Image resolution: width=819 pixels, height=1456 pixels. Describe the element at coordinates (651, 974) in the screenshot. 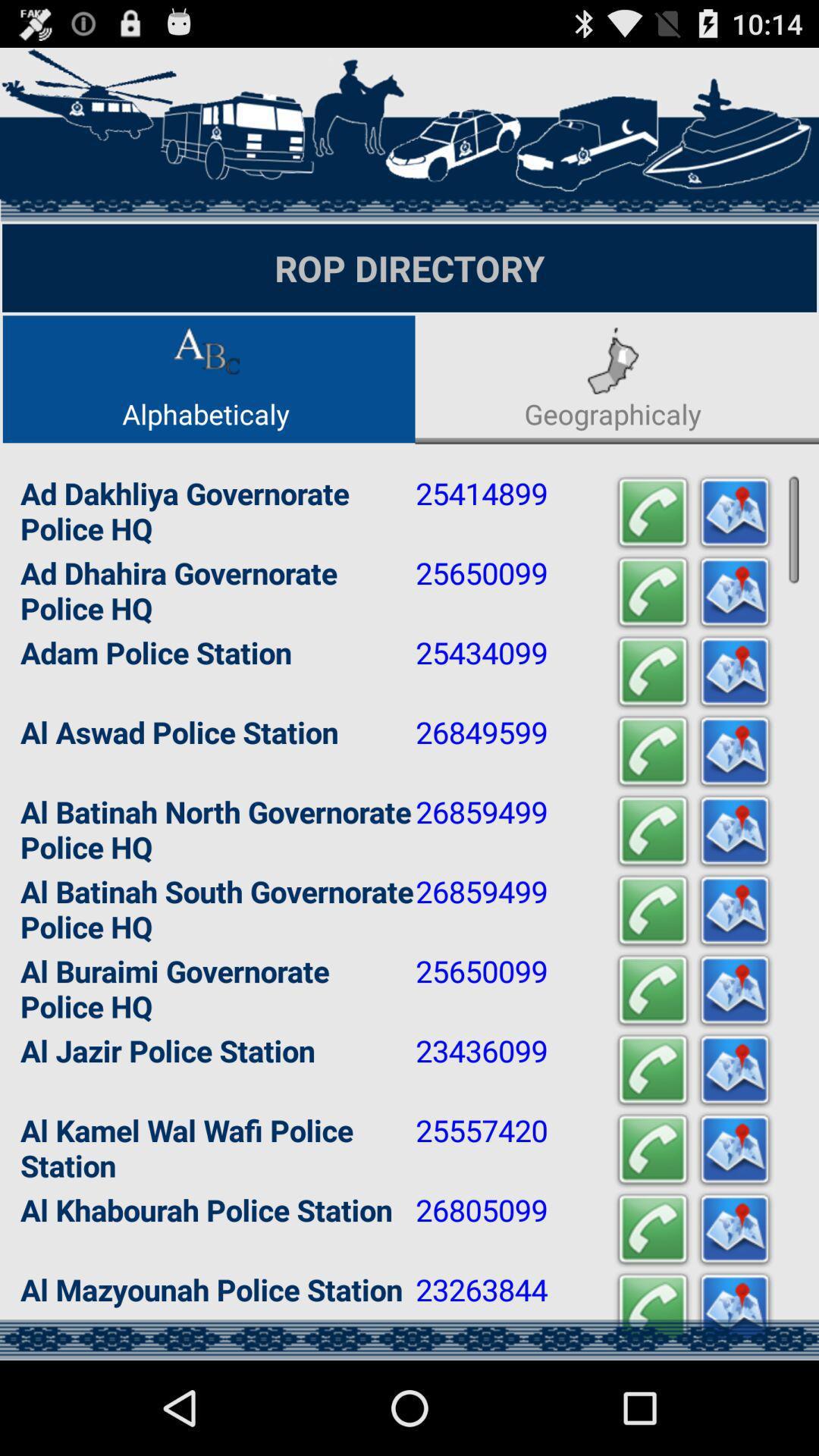

I see `the call icon` at that location.